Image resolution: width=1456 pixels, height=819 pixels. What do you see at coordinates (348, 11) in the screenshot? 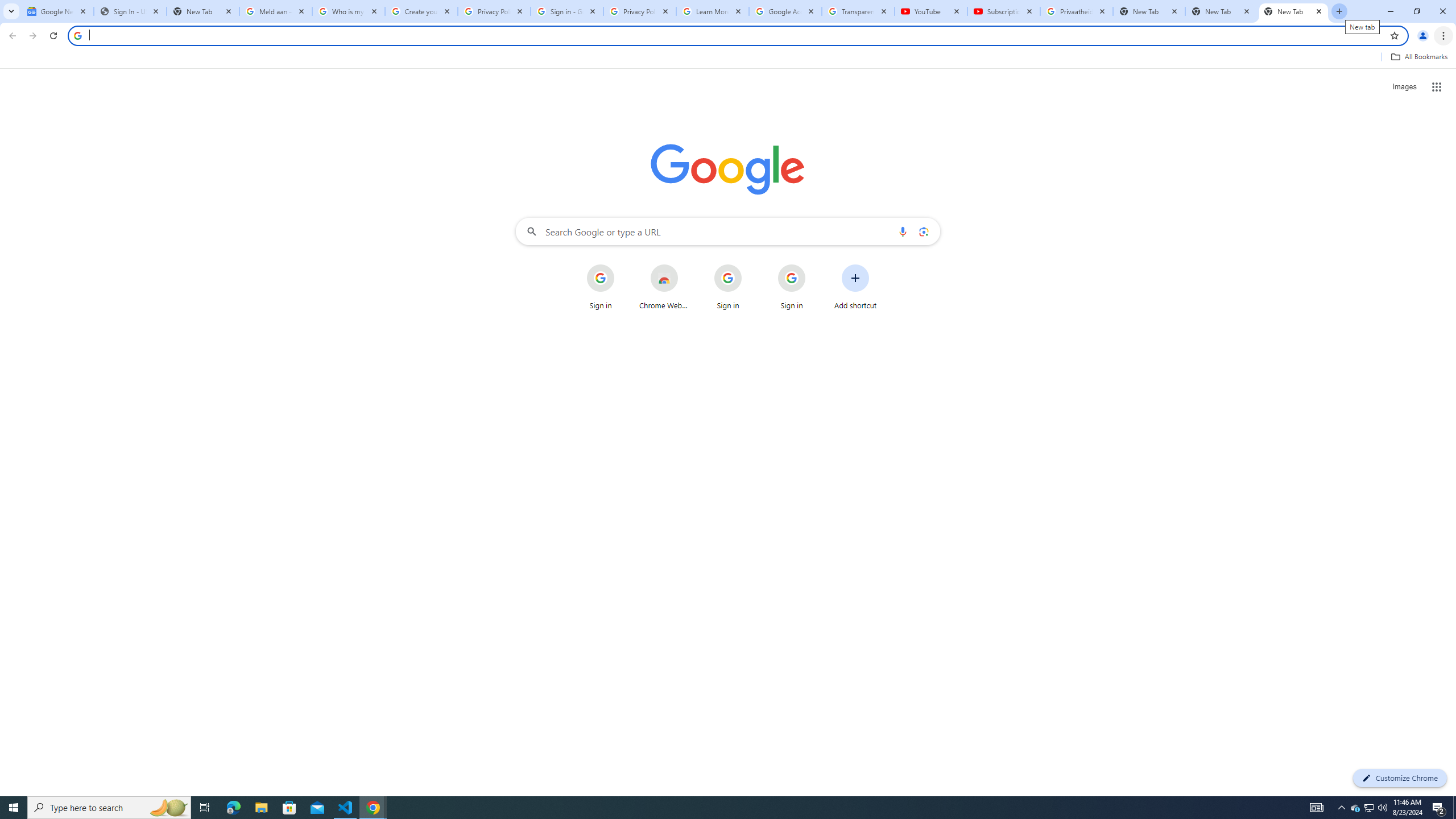
I see `'Who is my administrator? - Google Account Help'` at bounding box center [348, 11].